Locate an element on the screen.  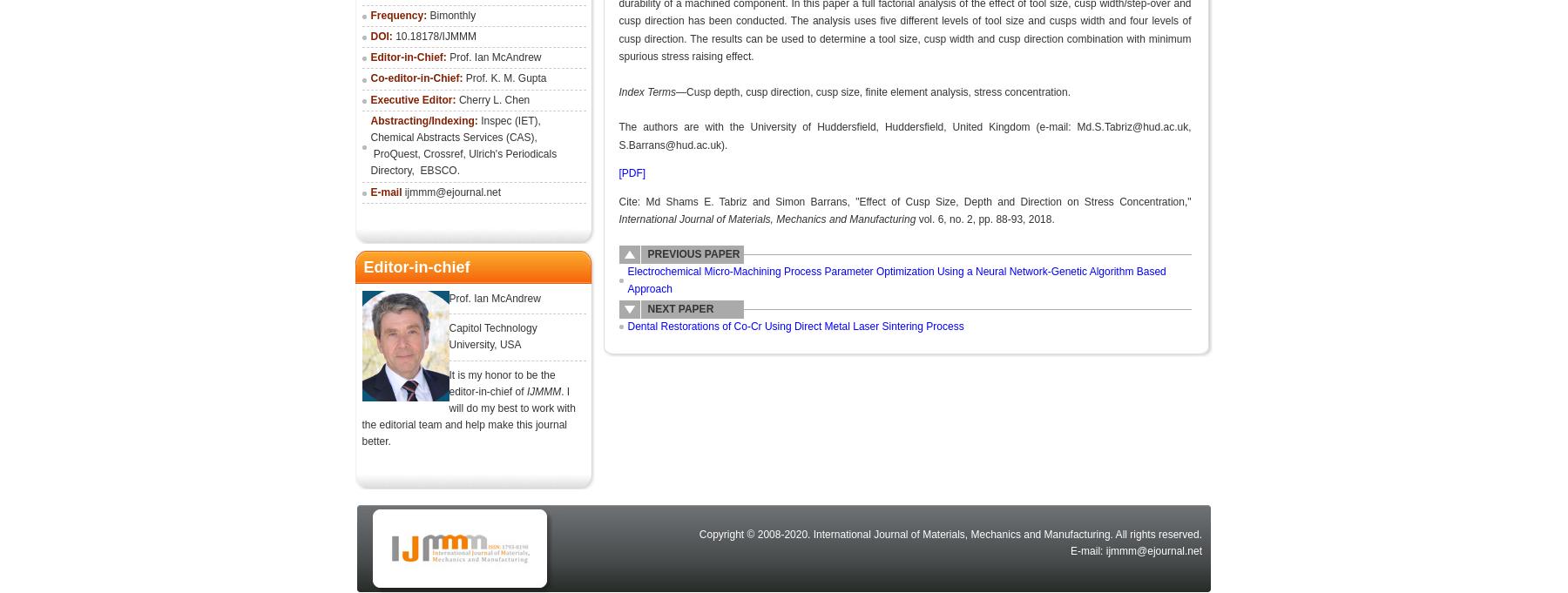
'International Journal of Materials, Mechanics and Manufacturing' is located at coordinates (768, 218).